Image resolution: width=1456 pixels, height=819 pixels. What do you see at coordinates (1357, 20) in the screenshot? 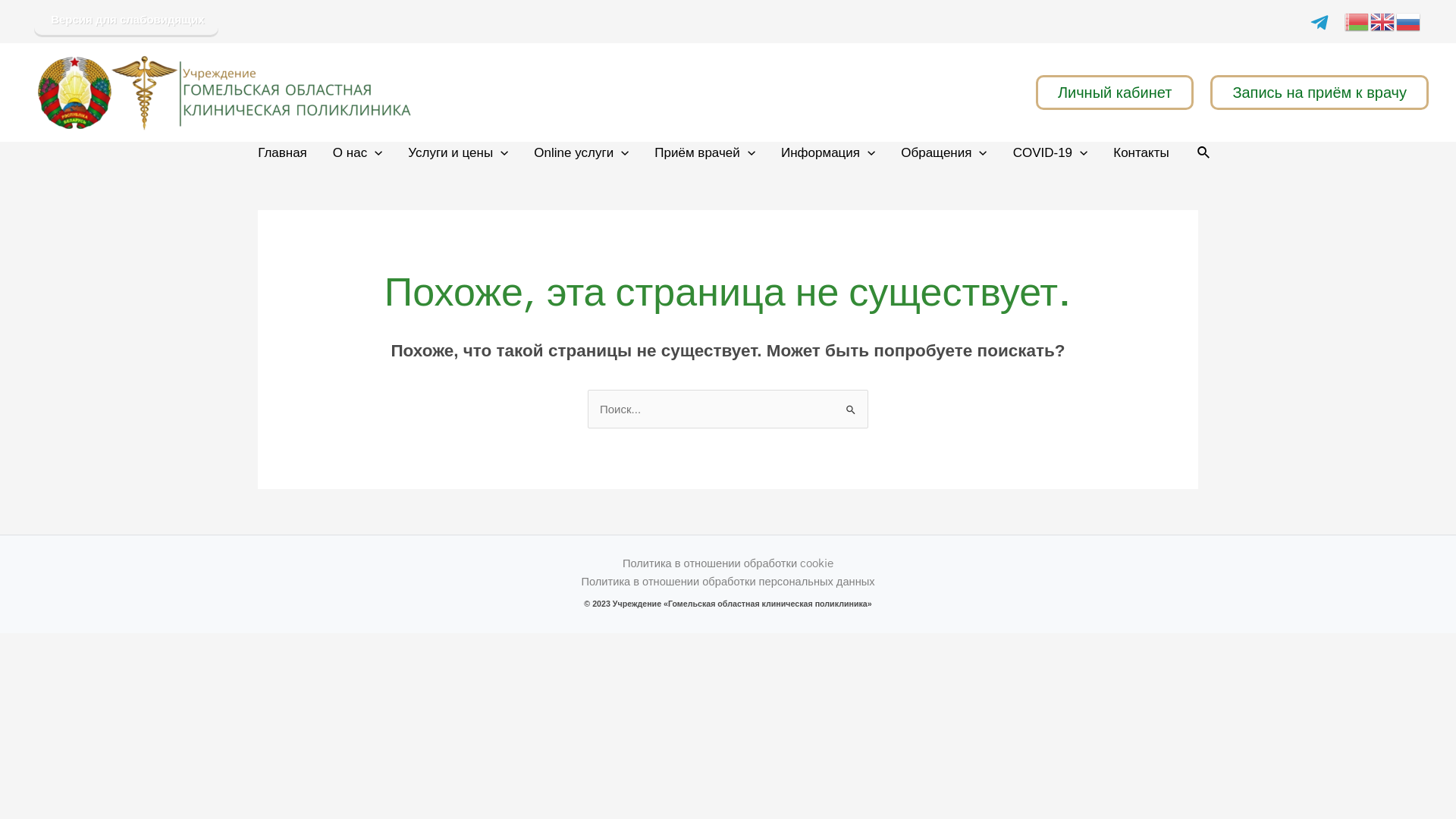
I see `'Belarusian'` at bounding box center [1357, 20].